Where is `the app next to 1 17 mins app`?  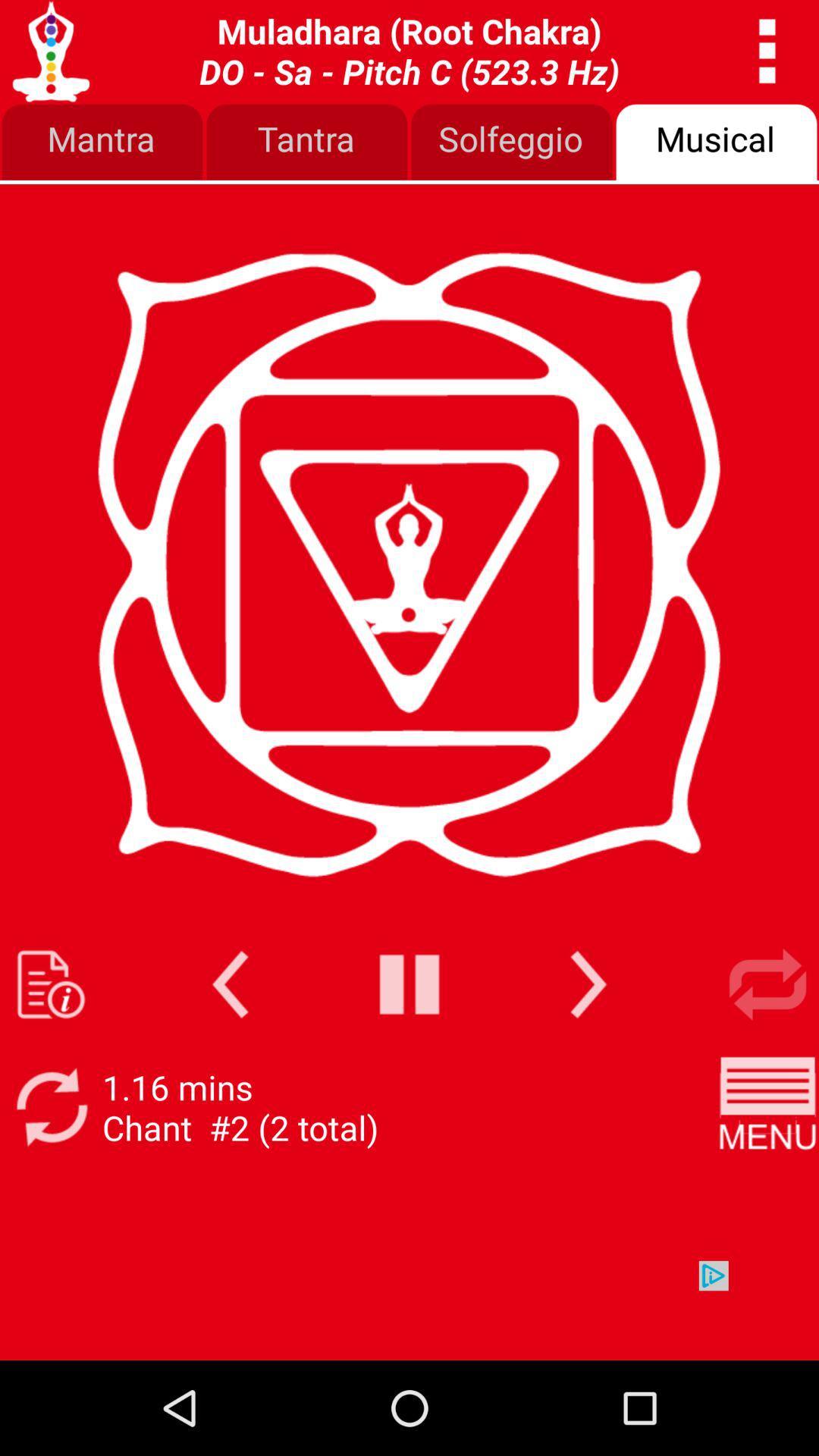 the app next to 1 17 mins app is located at coordinates (767, 1107).